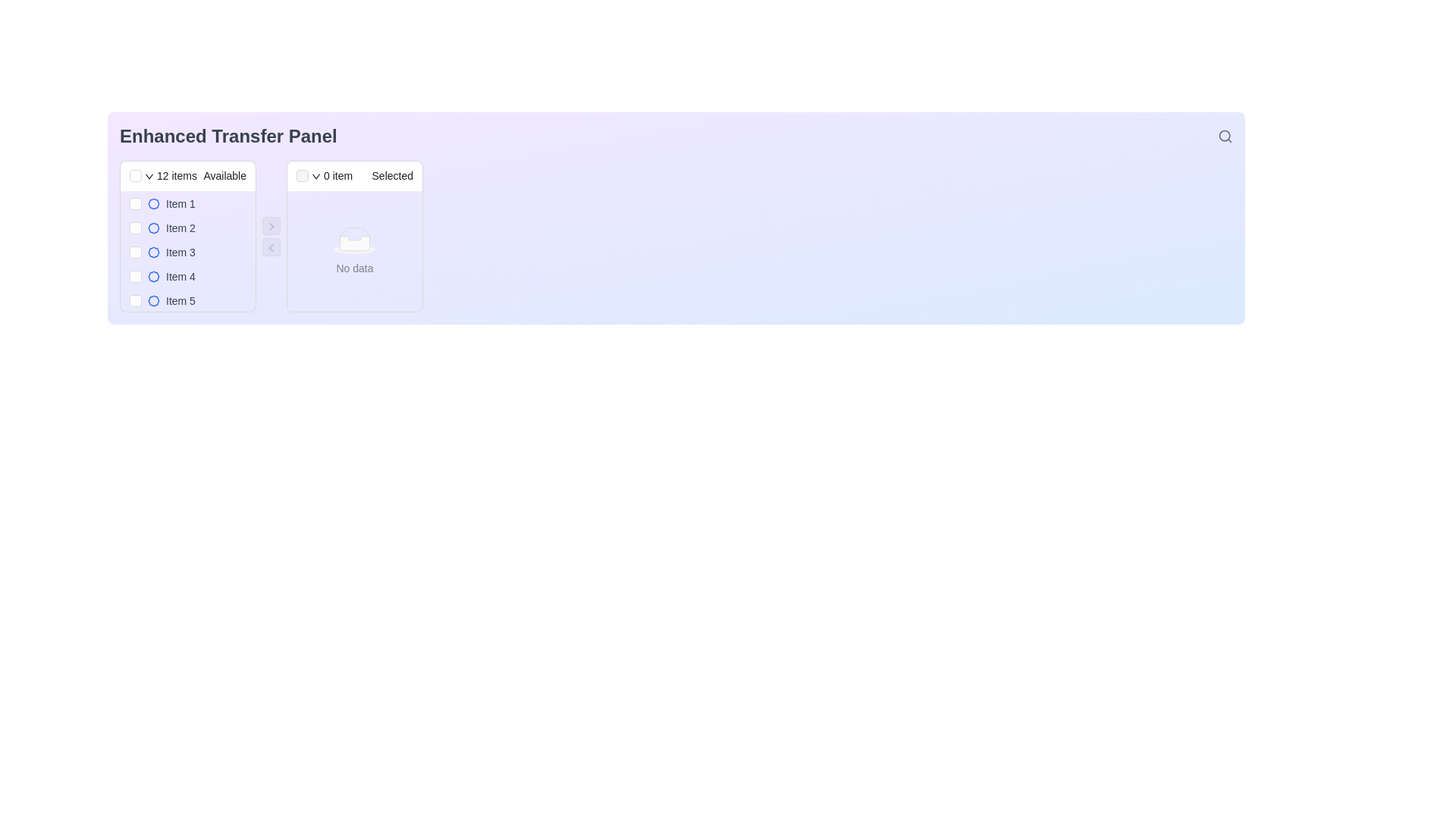 The image size is (1456, 819). Describe the element at coordinates (135, 301) in the screenshot. I see `the checkbox corresponding to 'Item 5'` at that location.